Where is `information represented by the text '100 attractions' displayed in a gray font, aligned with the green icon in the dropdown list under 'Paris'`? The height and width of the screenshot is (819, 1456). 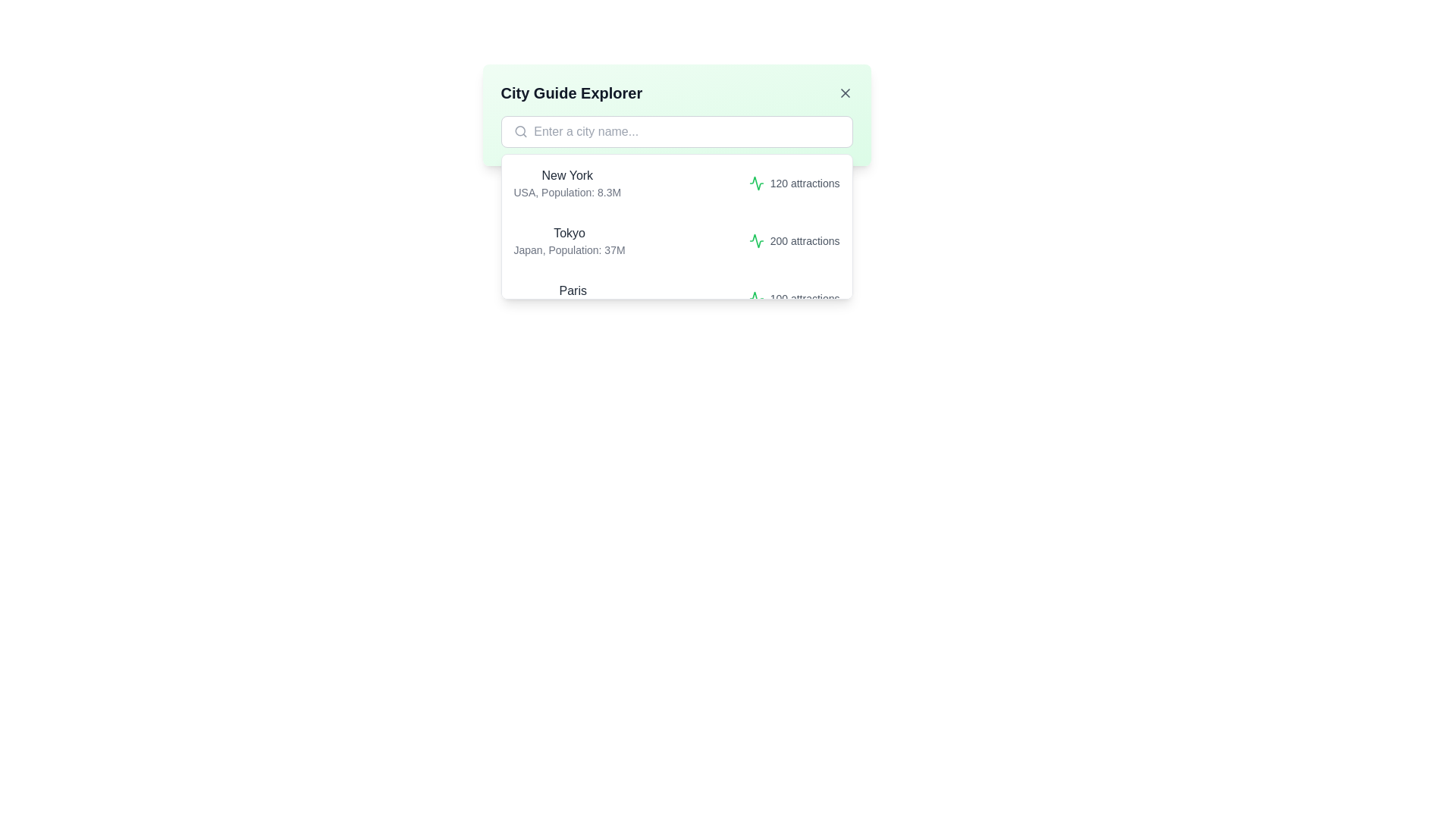
information represented by the text '100 attractions' displayed in a gray font, aligned with the green icon in the dropdown list under 'Paris' is located at coordinates (804, 298).